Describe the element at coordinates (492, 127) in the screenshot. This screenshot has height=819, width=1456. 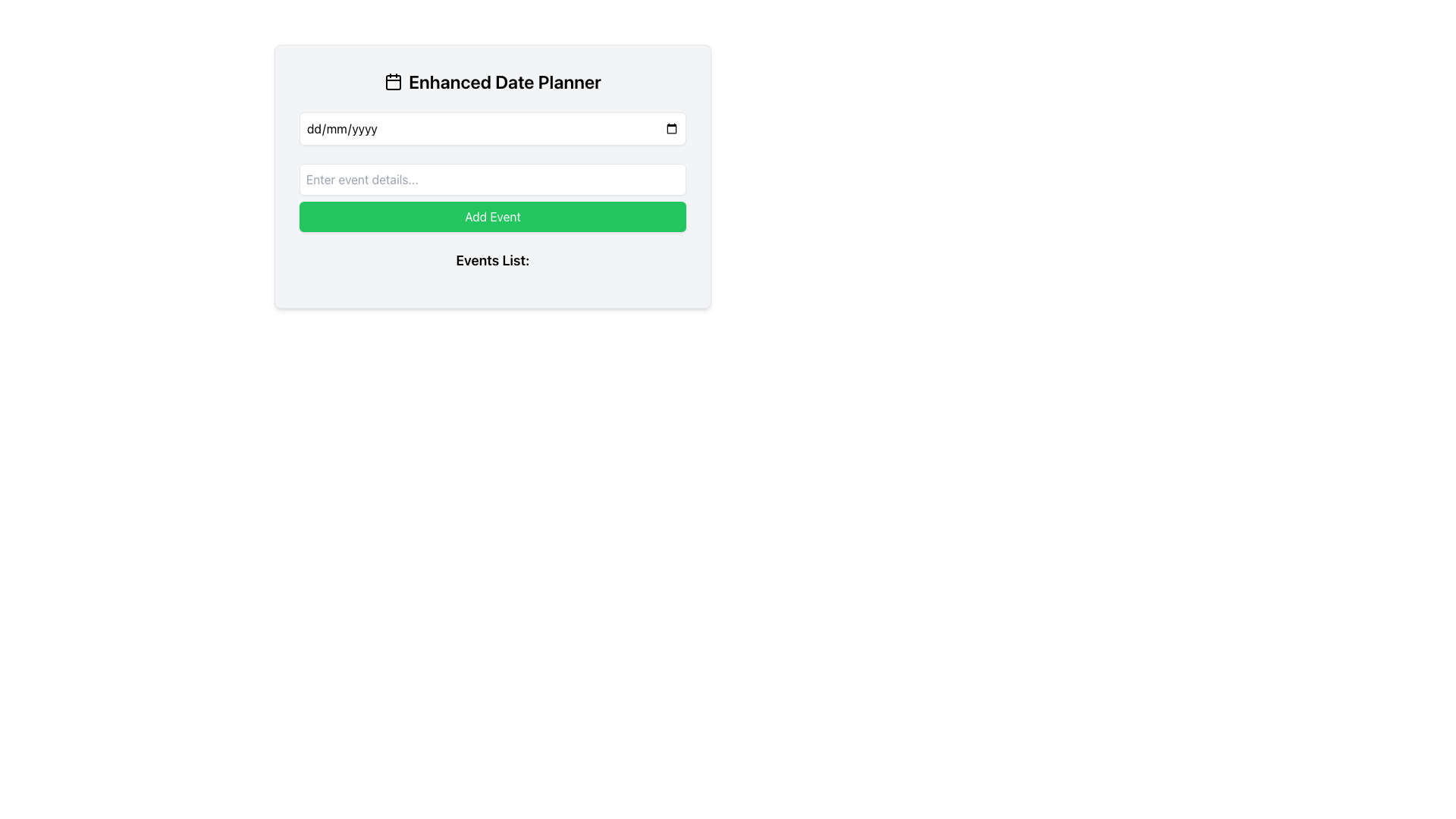
I see `the date input field with the placeholder 'dd/mm/yyyy'` at that location.